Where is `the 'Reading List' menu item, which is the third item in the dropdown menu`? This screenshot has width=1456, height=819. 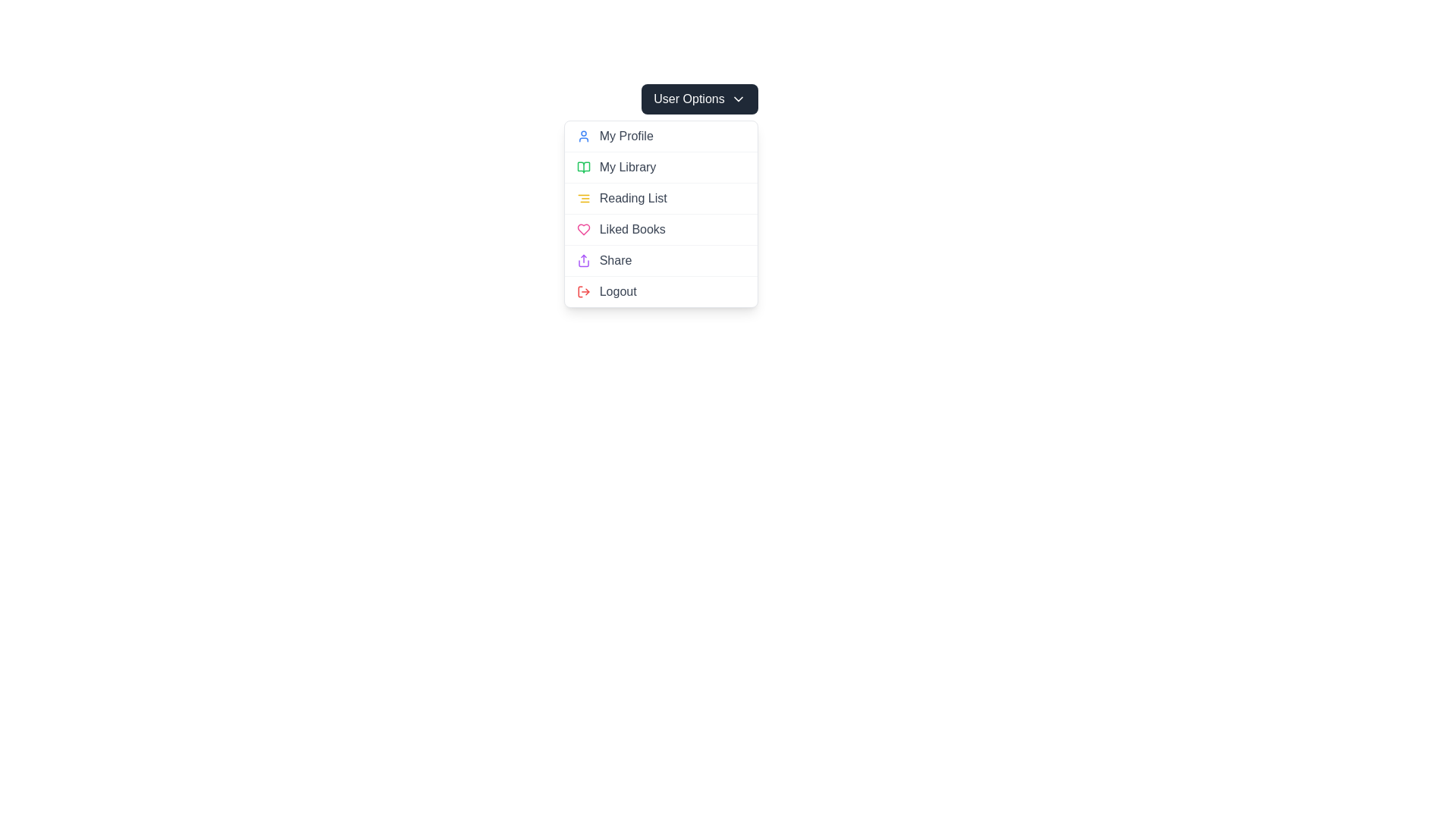 the 'Reading List' menu item, which is the third item in the dropdown menu is located at coordinates (661, 198).